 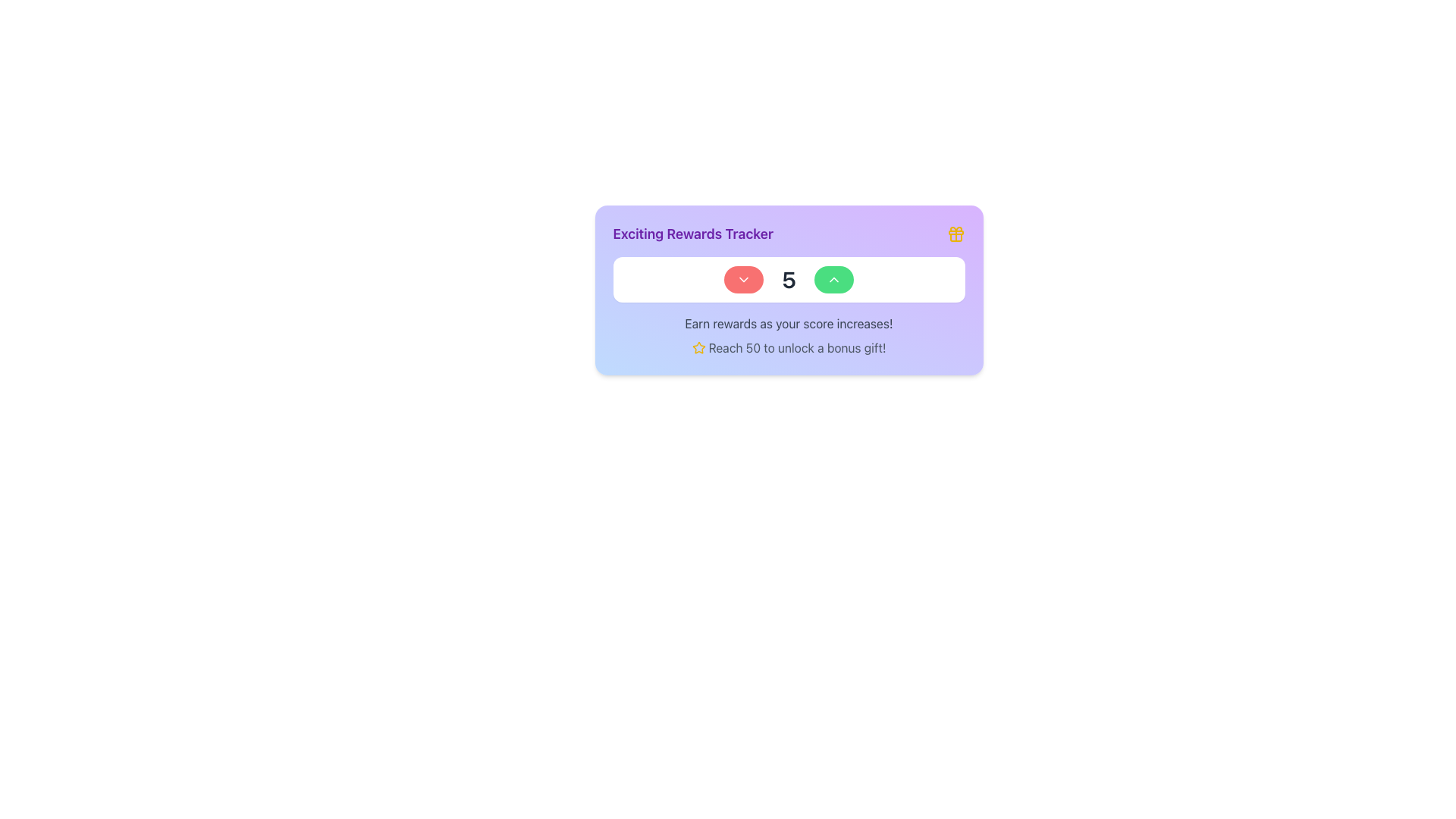 What do you see at coordinates (833, 280) in the screenshot?
I see `the upward chevron button located to the right of the text '5', which is the last interactive button in the row of elements` at bounding box center [833, 280].